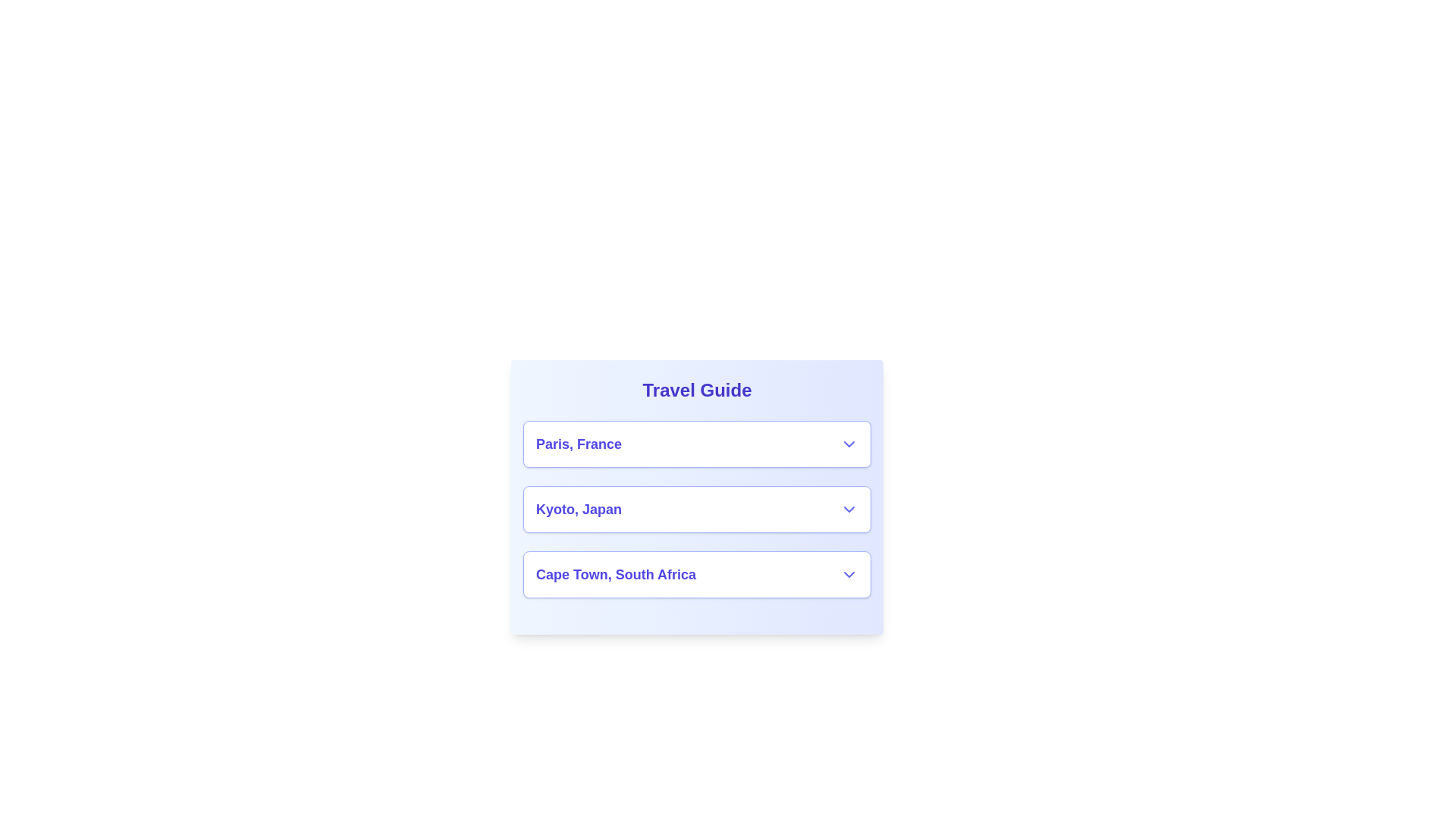  Describe the element at coordinates (848, 444) in the screenshot. I see `the dropdown trigger icon located to the right of the 'Paris, France' text` at that location.